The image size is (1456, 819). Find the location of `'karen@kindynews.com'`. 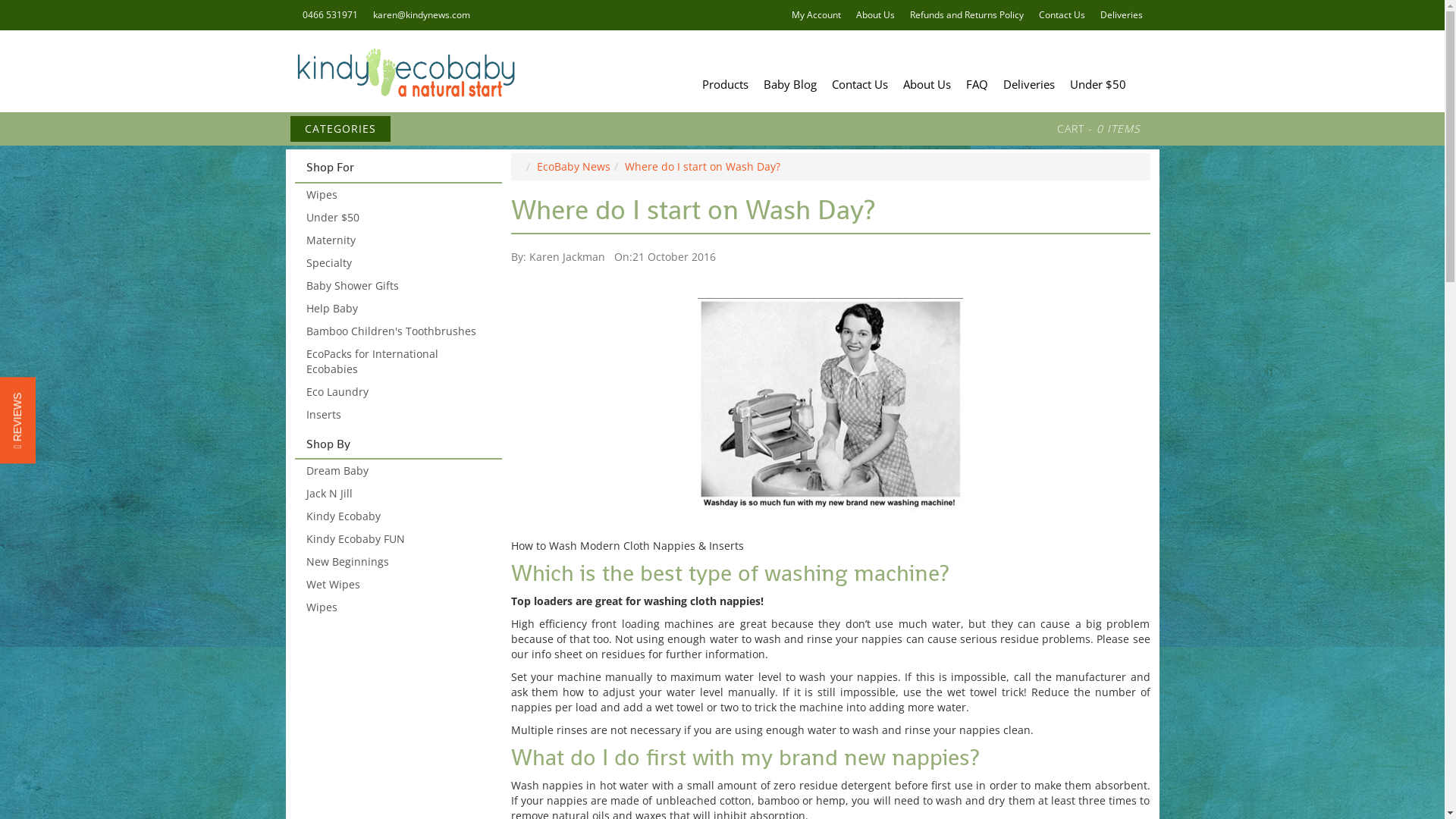

'karen@kindynews.com' is located at coordinates (422, 14).